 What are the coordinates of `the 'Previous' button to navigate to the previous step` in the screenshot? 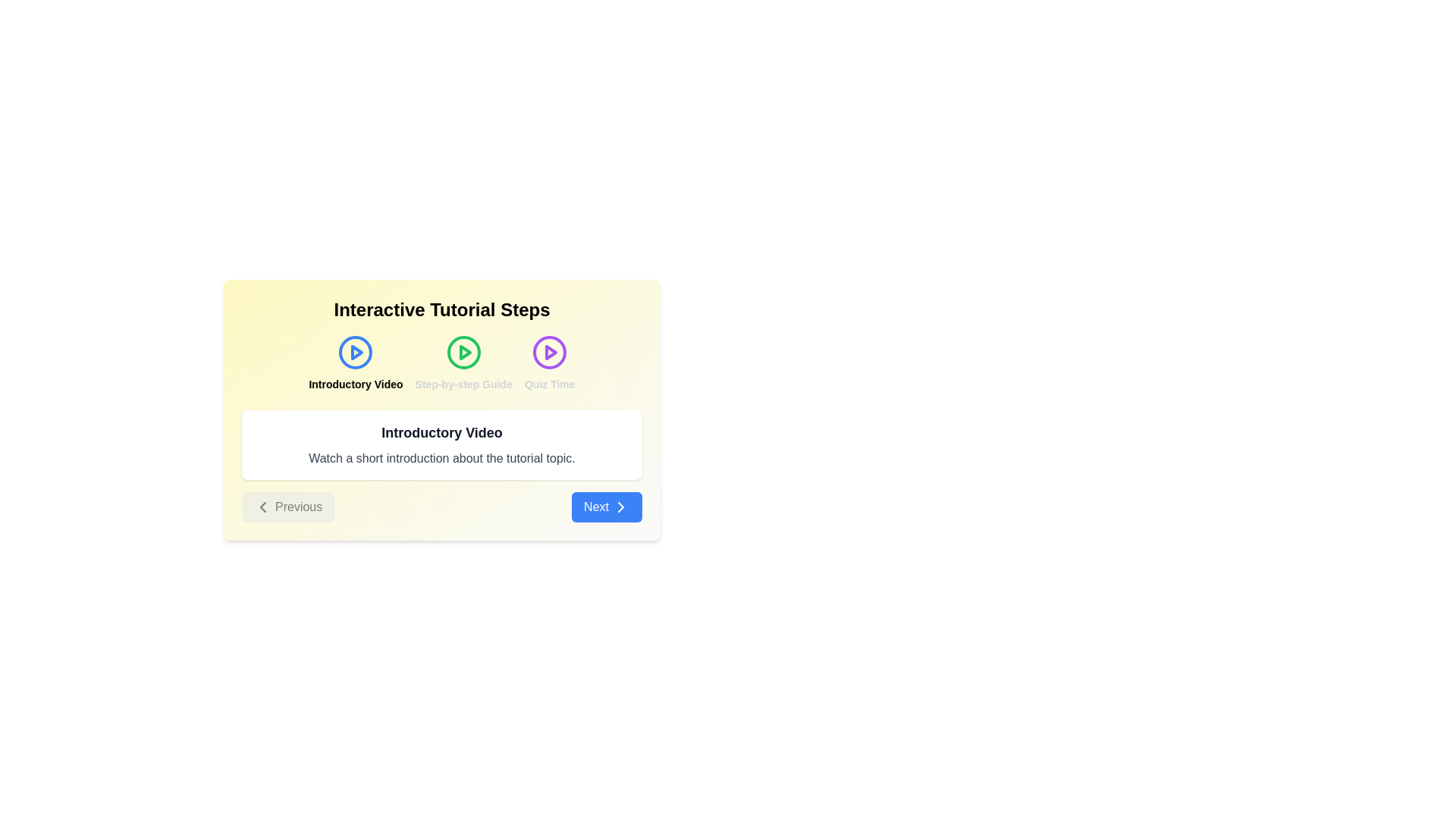 It's located at (287, 507).